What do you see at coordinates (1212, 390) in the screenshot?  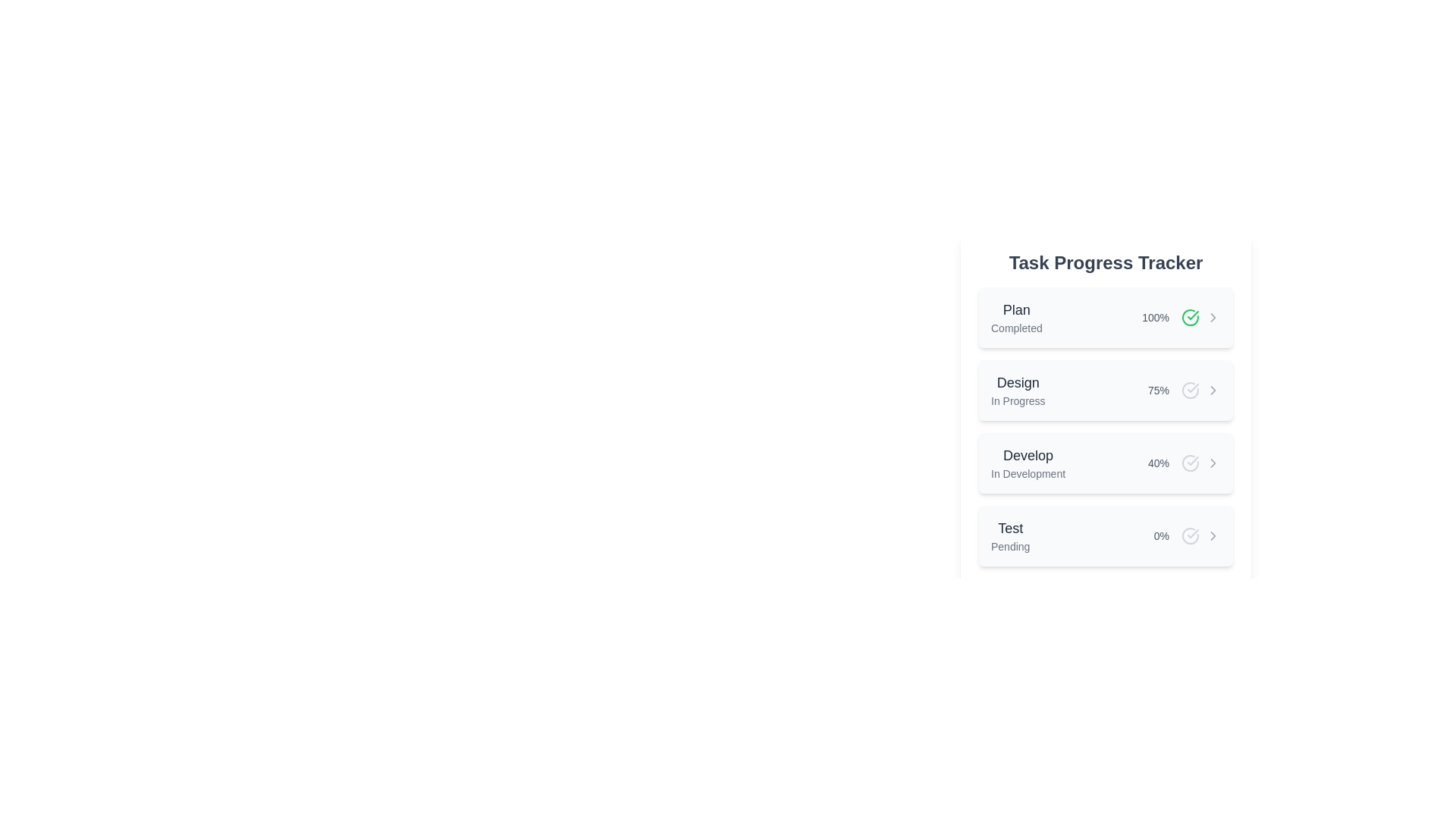 I see `the chevron icon located at the far right of the 'Design' section in the 'Task Progress Tracker'` at bounding box center [1212, 390].